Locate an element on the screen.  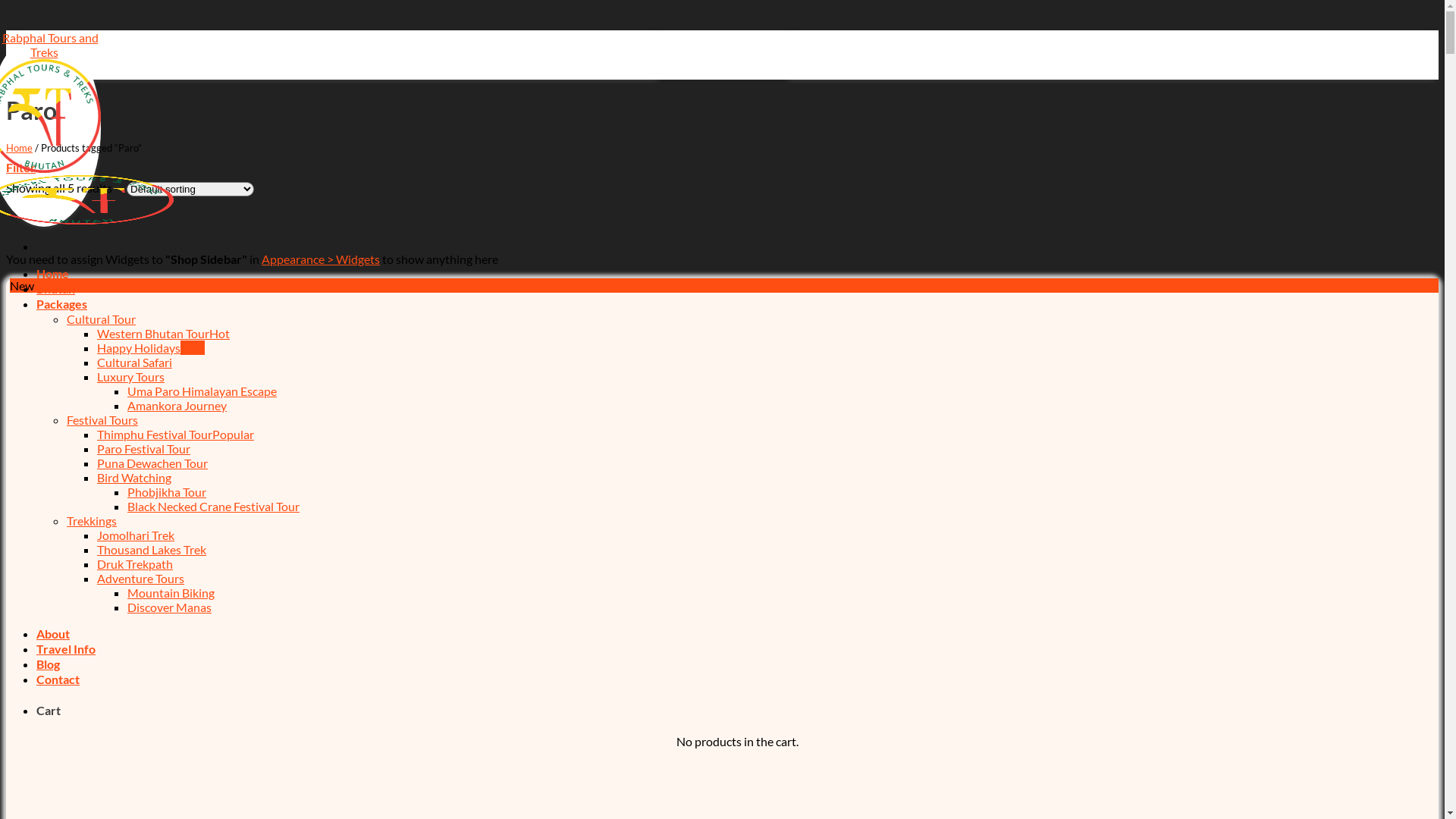
'Amankora Journey' is located at coordinates (127, 404).